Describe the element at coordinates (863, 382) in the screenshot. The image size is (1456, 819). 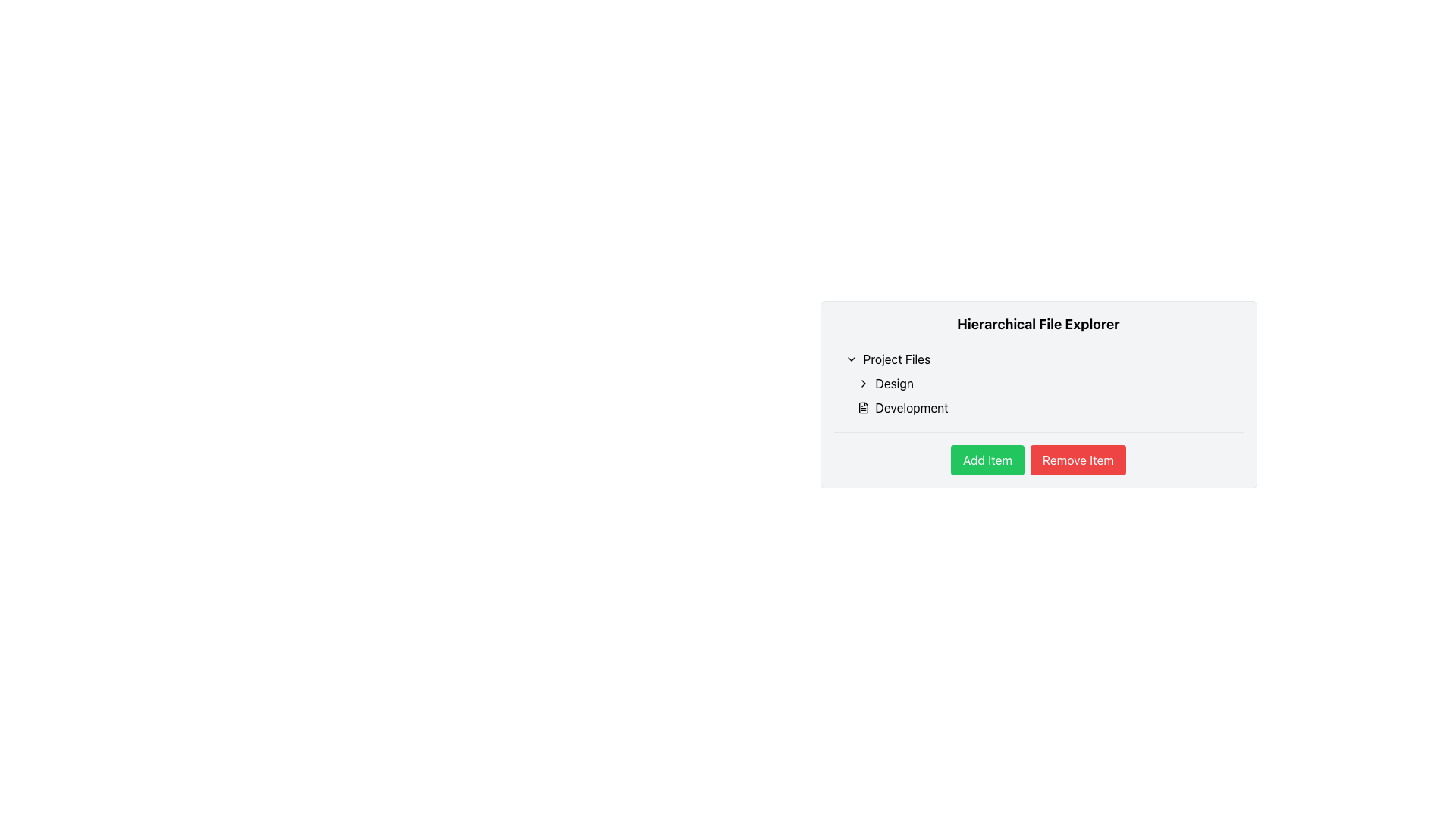
I see `the chevron icon that indicates the expansion or collapse of the 'Design' node in the hierarchical file structure` at that location.